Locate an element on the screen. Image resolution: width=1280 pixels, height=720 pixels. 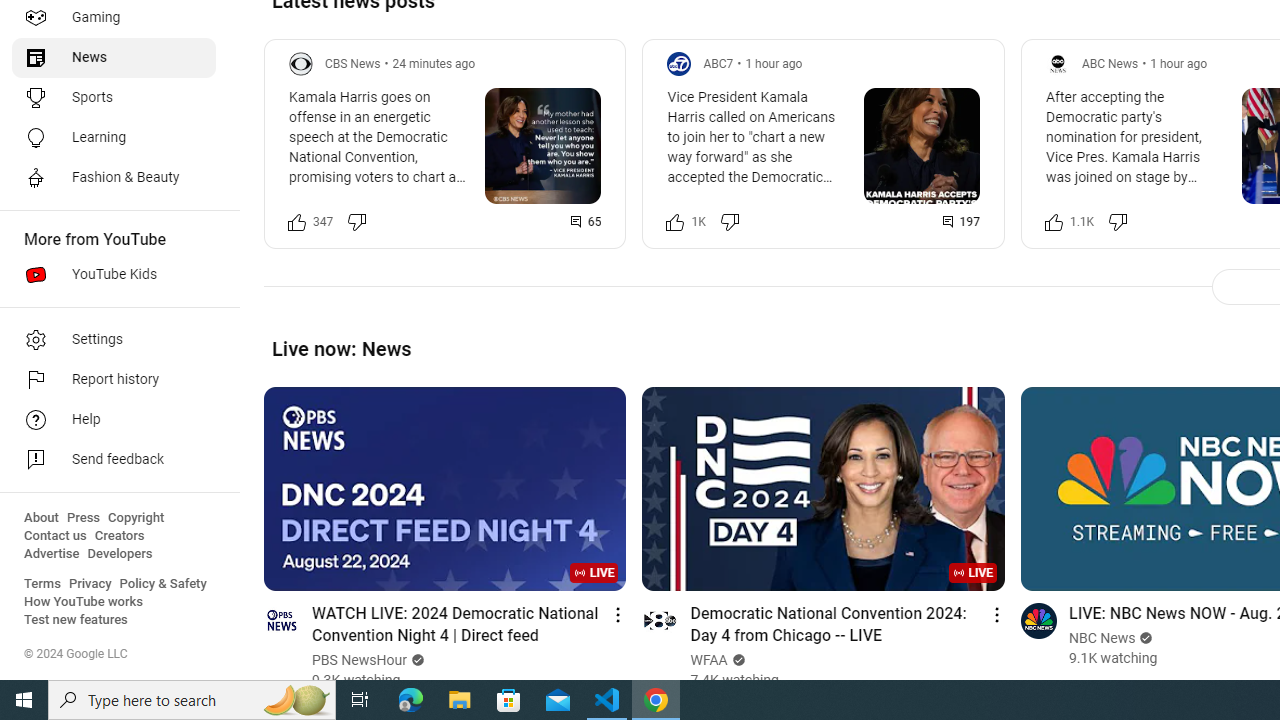
'About' is located at coordinates (41, 517).